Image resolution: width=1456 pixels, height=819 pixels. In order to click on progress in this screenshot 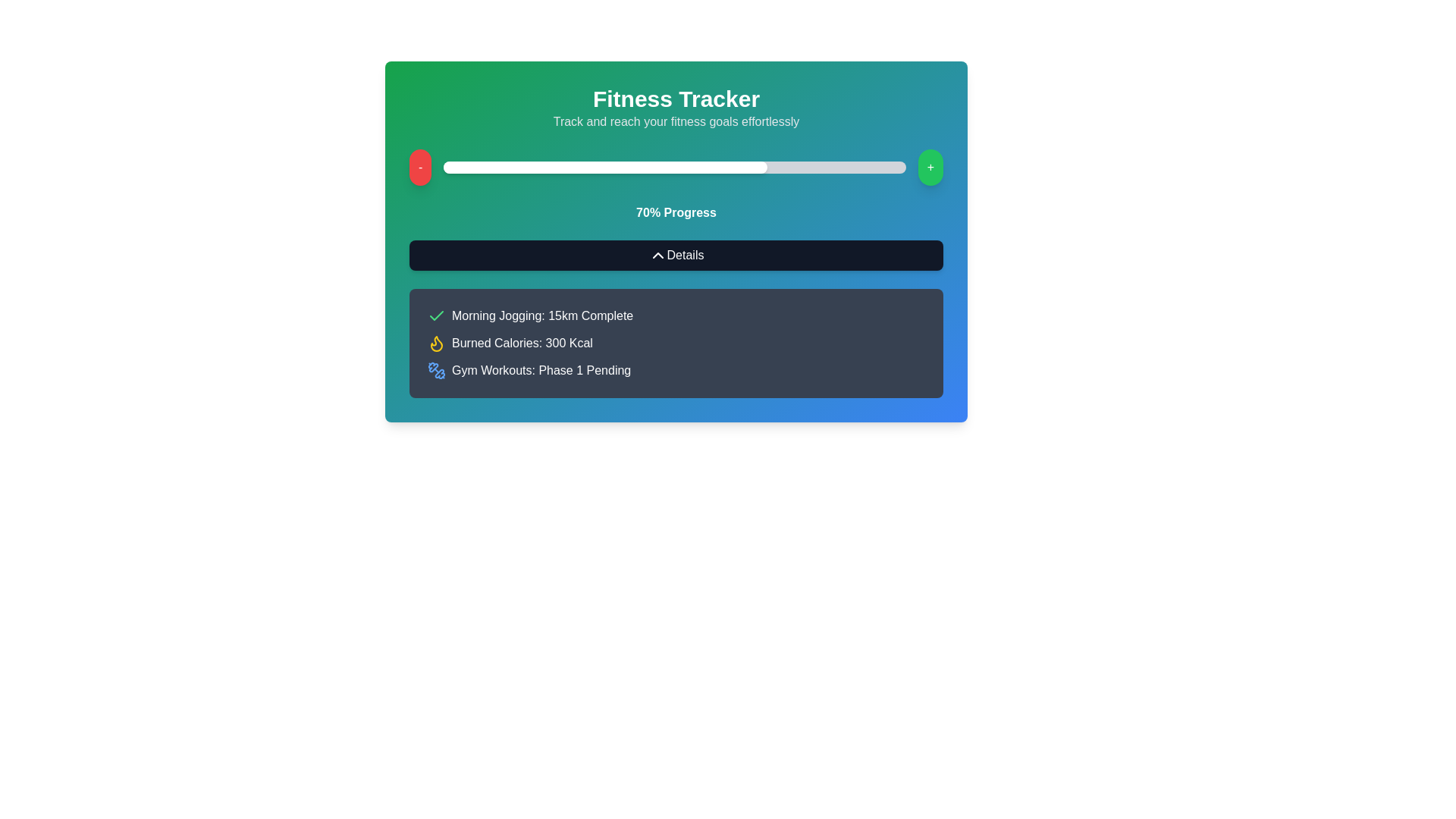, I will do `click(836, 167)`.